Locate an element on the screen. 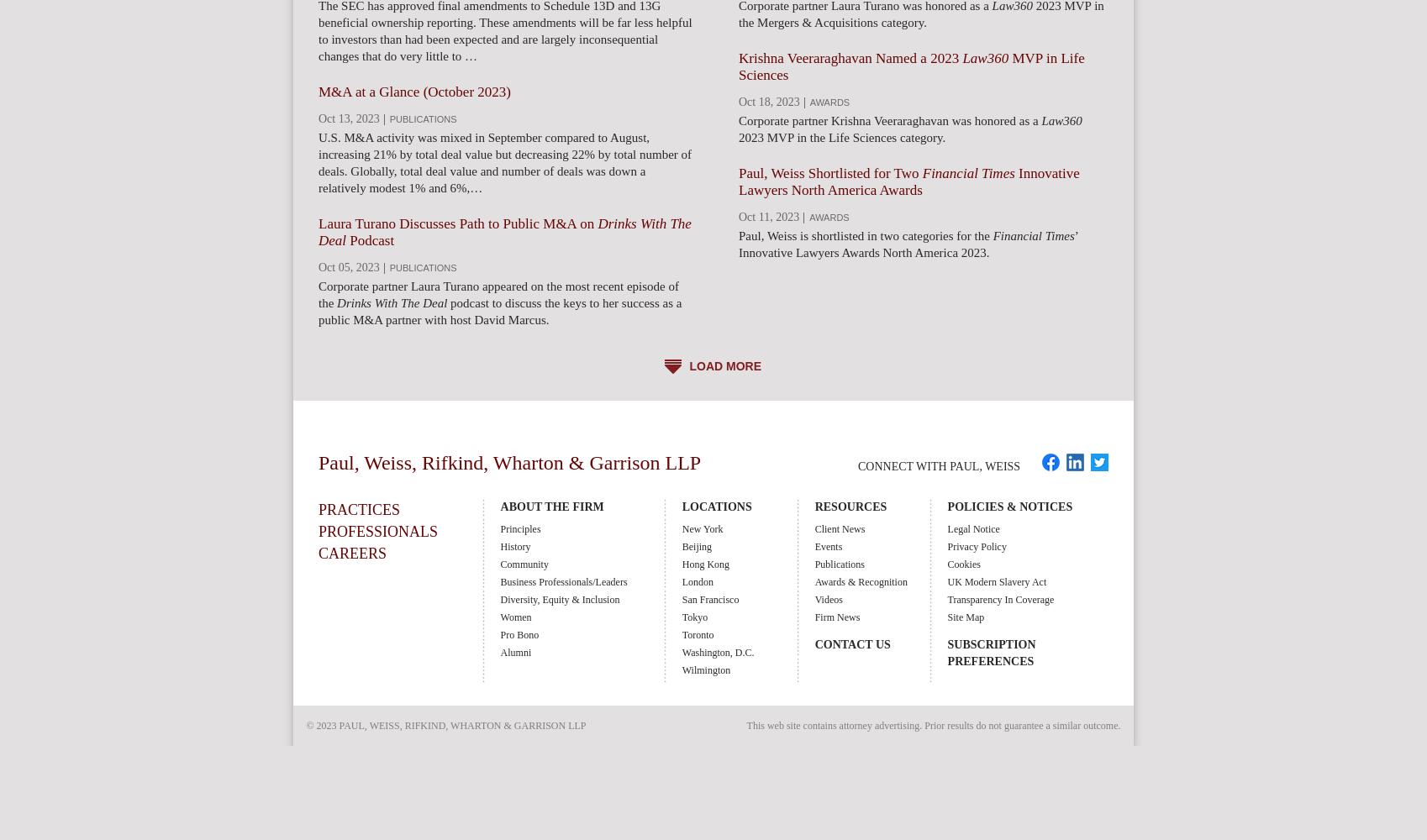 This screenshot has height=840, width=1427. 'Subscription Preferences' is located at coordinates (990, 653).